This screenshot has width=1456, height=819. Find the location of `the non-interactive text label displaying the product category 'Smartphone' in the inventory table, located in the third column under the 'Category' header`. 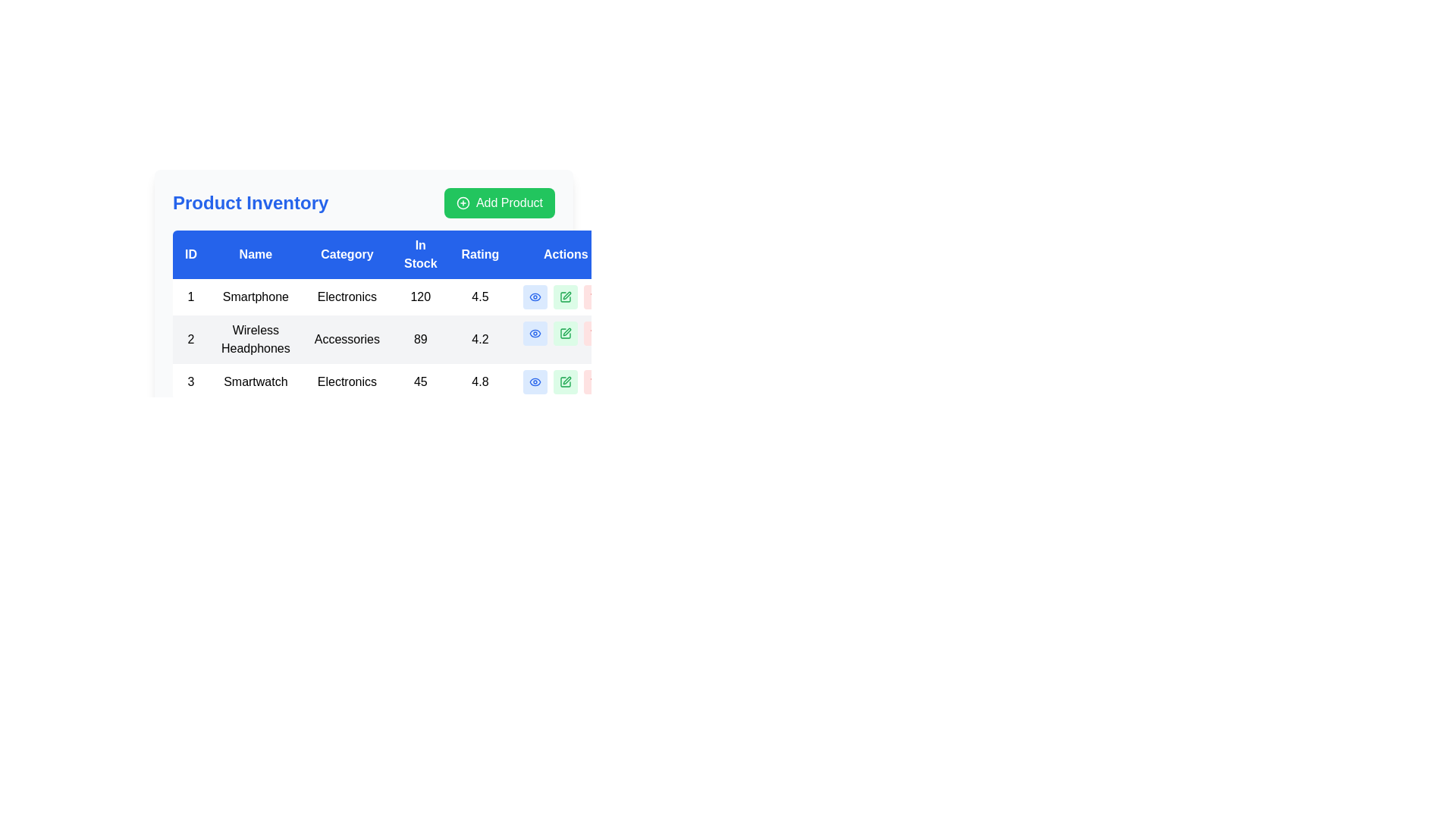

the non-interactive text label displaying the product category 'Smartphone' in the inventory table, located in the third column under the 'Category' header is located at coordinates (346, 297).